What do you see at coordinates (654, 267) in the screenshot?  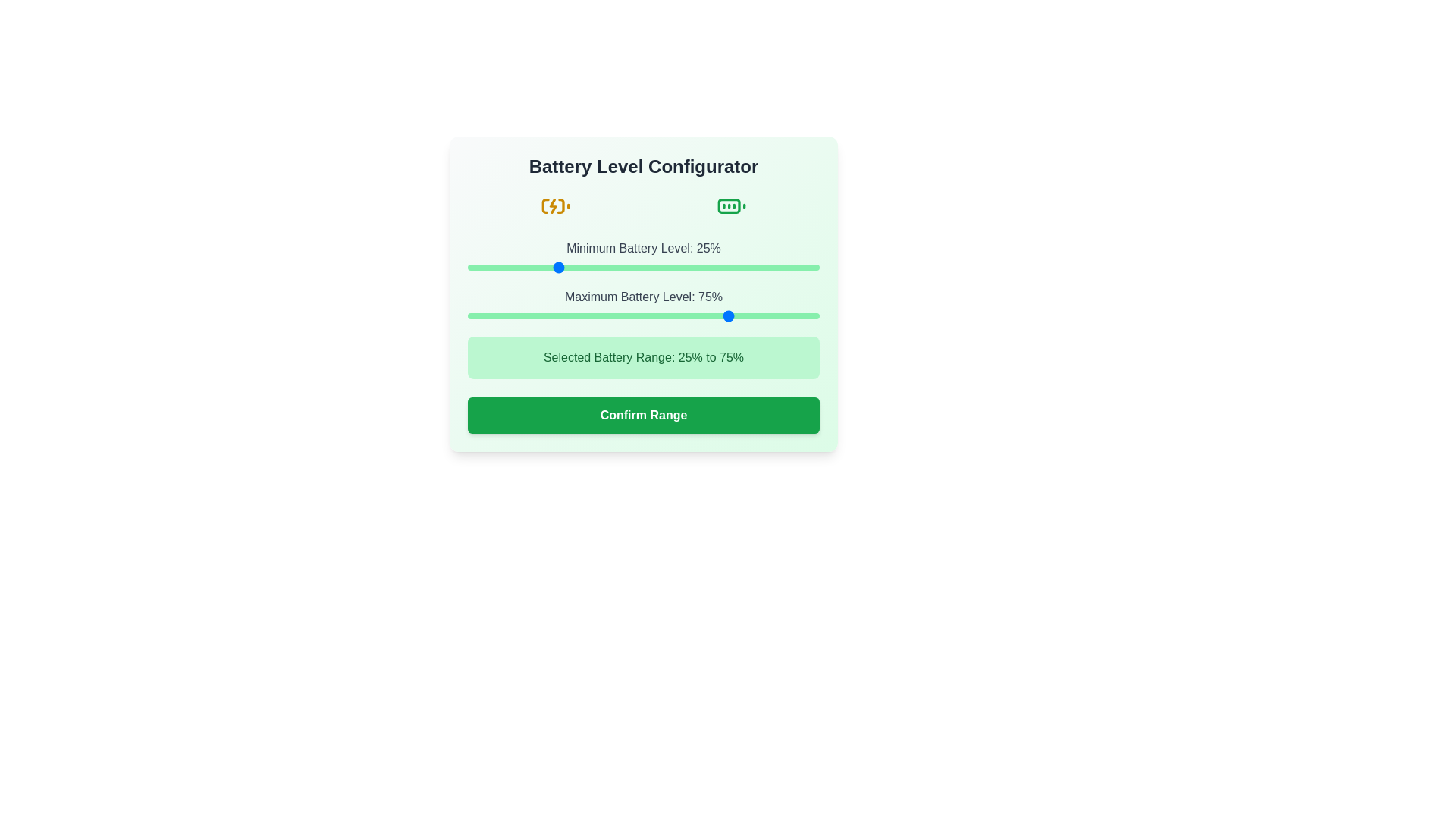 I see `the minimum battery level` at bounding box center [654, 267].